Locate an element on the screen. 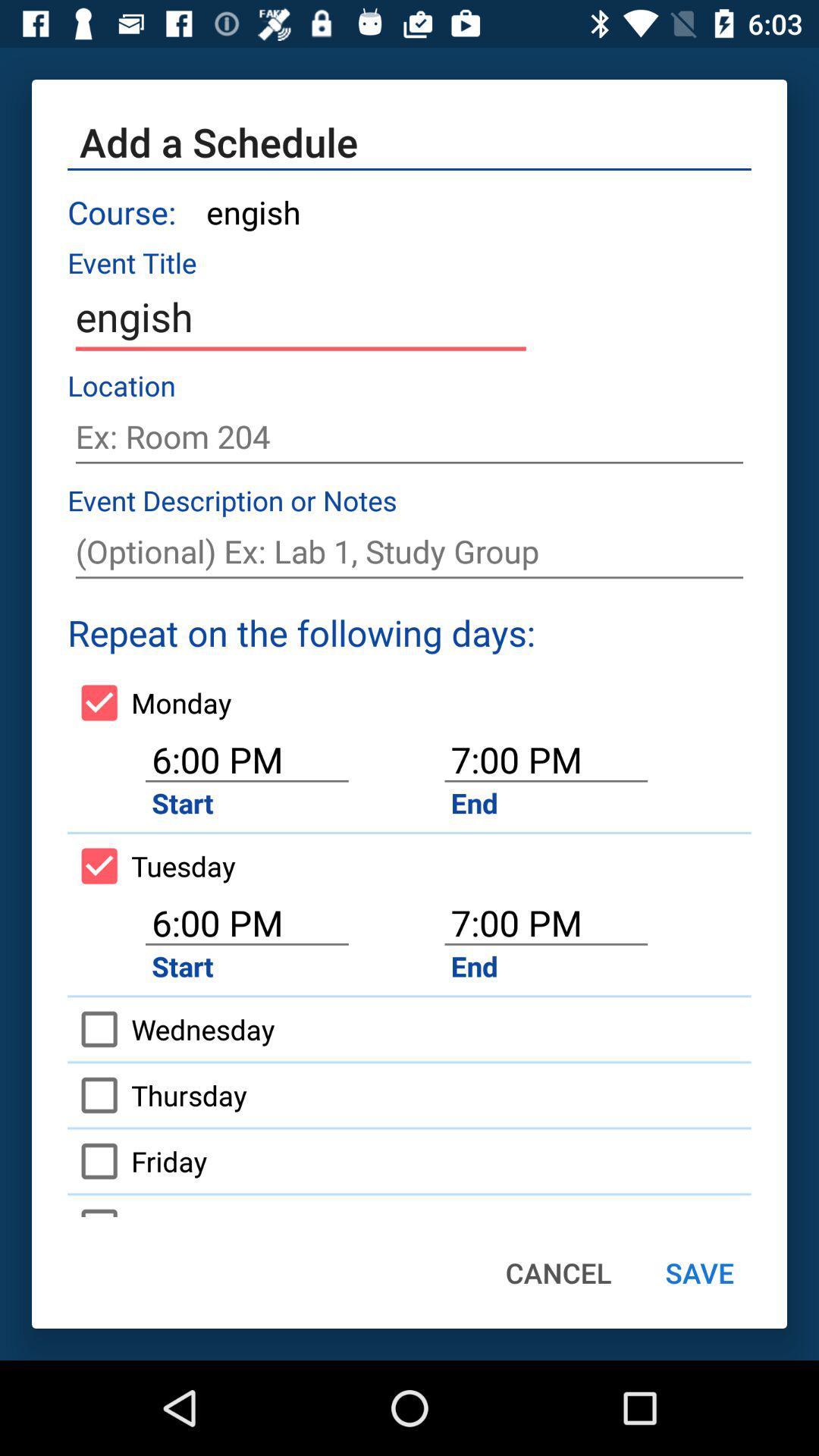  item below repeat on the item is located at coordinates (149, 701).